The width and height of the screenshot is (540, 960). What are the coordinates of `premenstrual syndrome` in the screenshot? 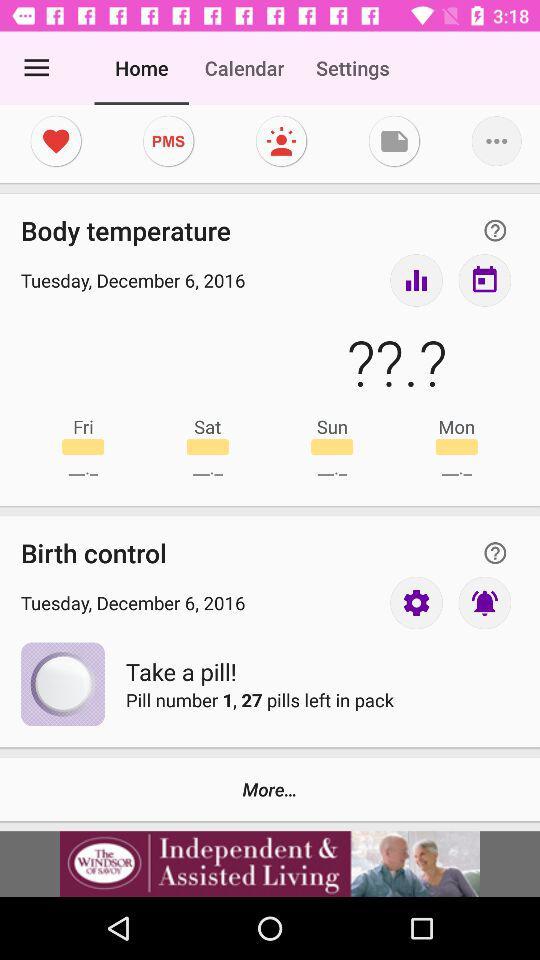 It's located at (167, 140).